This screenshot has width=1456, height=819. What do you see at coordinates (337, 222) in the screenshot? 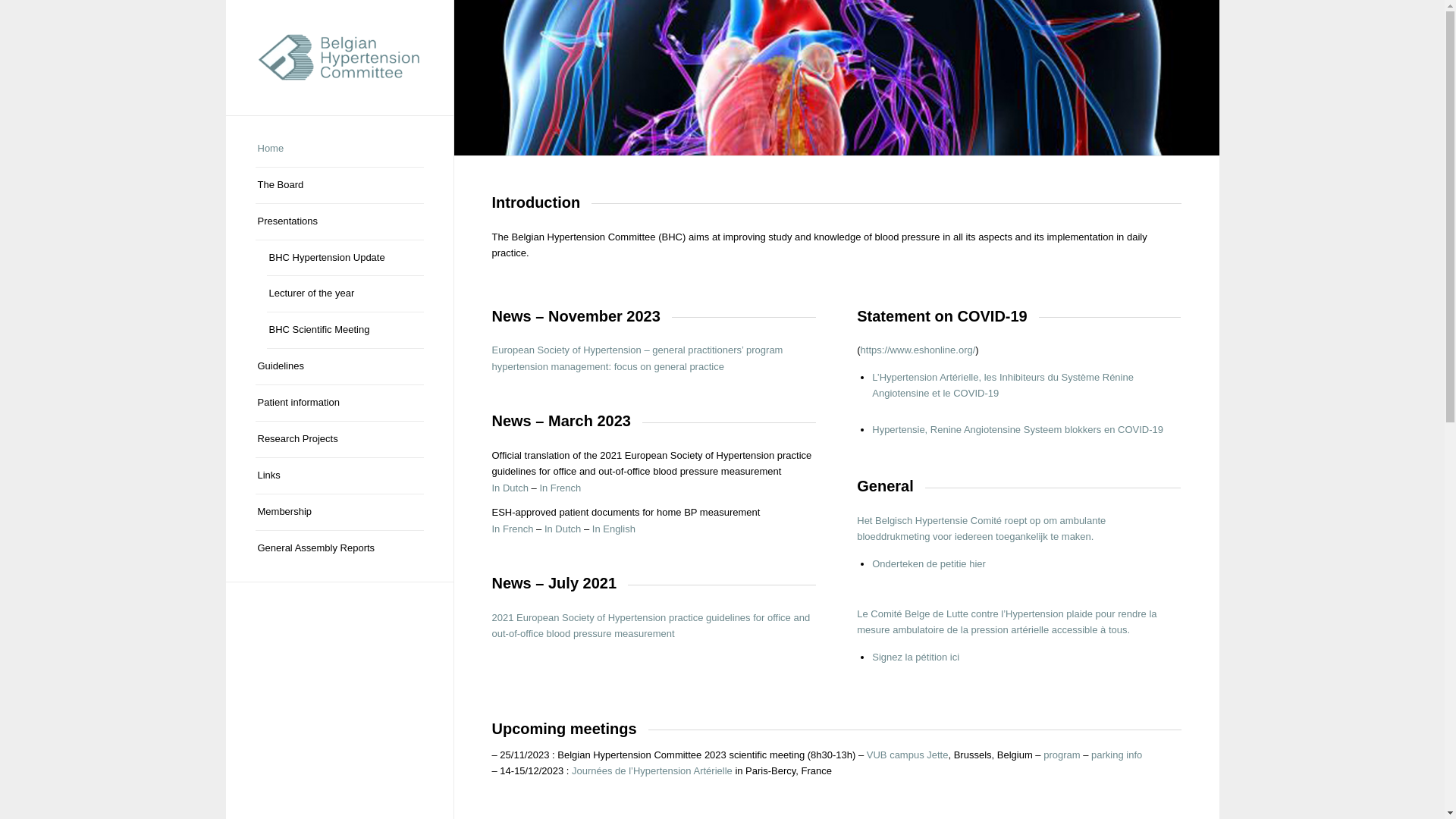
I see `'Presentations'` at bounding box center [337, 222].